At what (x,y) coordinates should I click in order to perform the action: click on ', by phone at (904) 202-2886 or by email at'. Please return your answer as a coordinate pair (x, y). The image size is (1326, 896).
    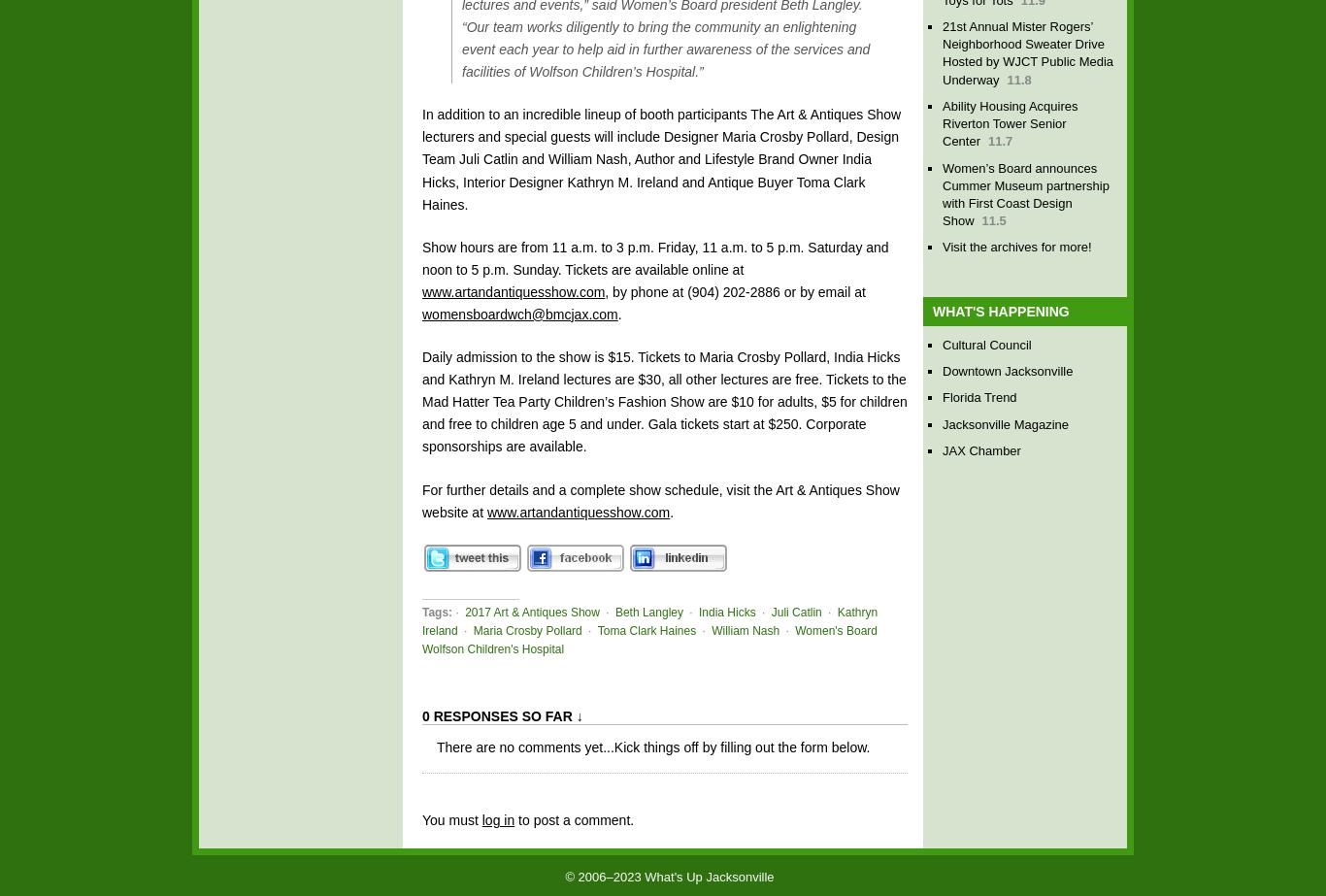
    Looking at the image, I should click on (735, 290).